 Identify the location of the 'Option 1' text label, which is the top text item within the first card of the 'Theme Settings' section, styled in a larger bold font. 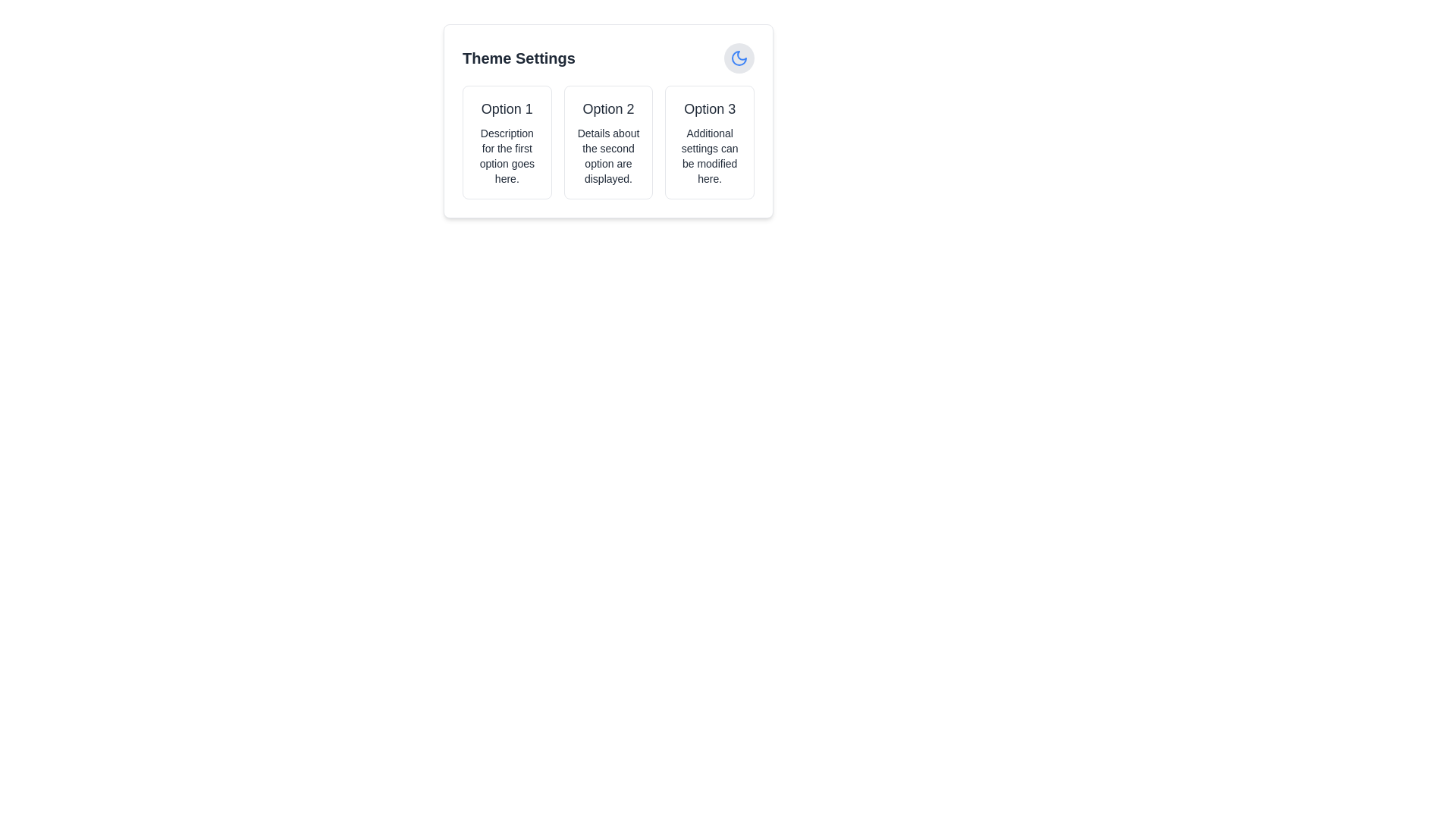
(507, 108).